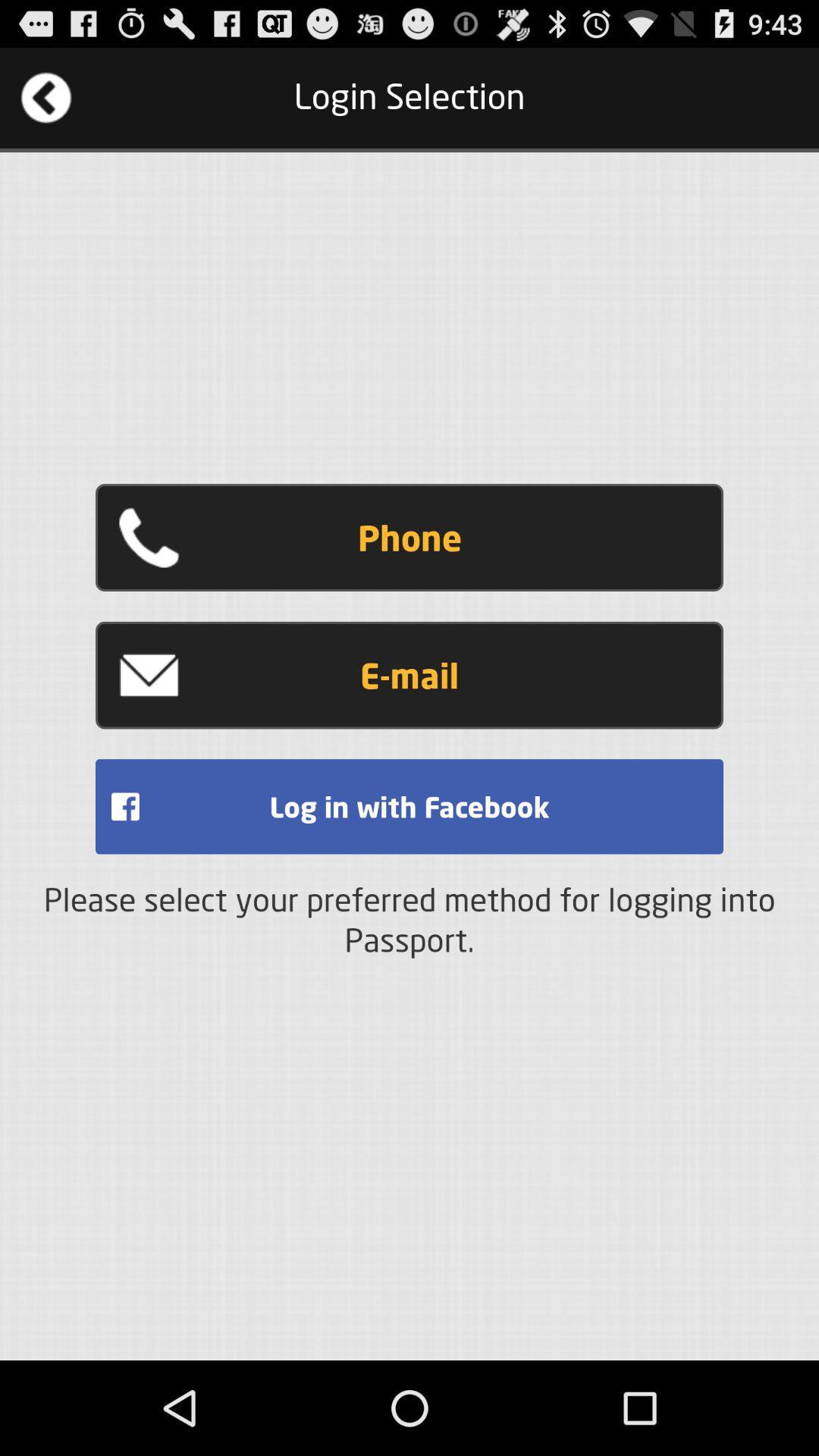 The image size is (819, 1456). Describe the element at coordinates (409, 674) in the screenshot. I see `e-mail icon` at that location.